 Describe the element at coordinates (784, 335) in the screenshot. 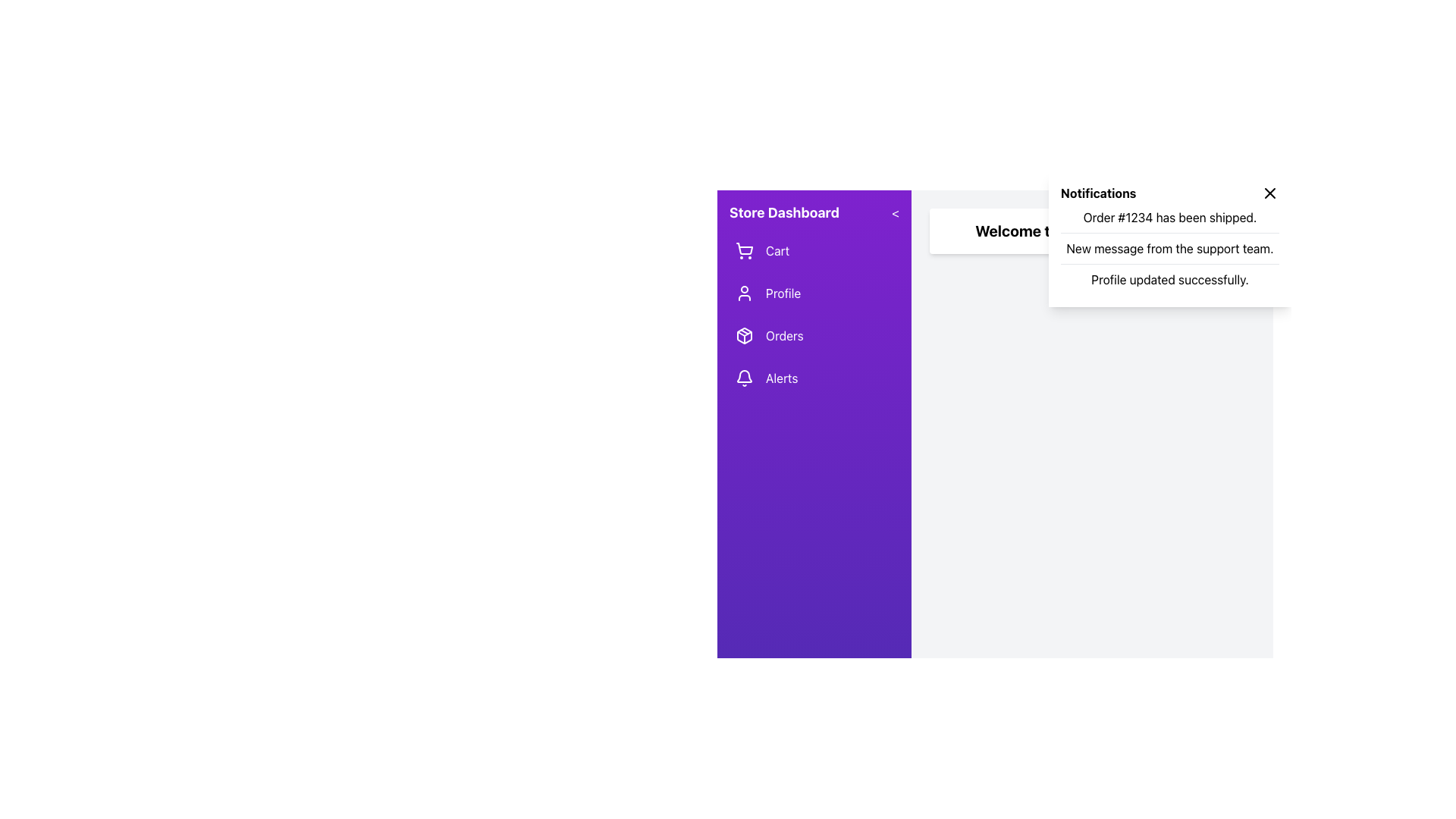

I see `the 'Orders' text label in the sidebar menu of the 'Store Dashboard'` at that location.